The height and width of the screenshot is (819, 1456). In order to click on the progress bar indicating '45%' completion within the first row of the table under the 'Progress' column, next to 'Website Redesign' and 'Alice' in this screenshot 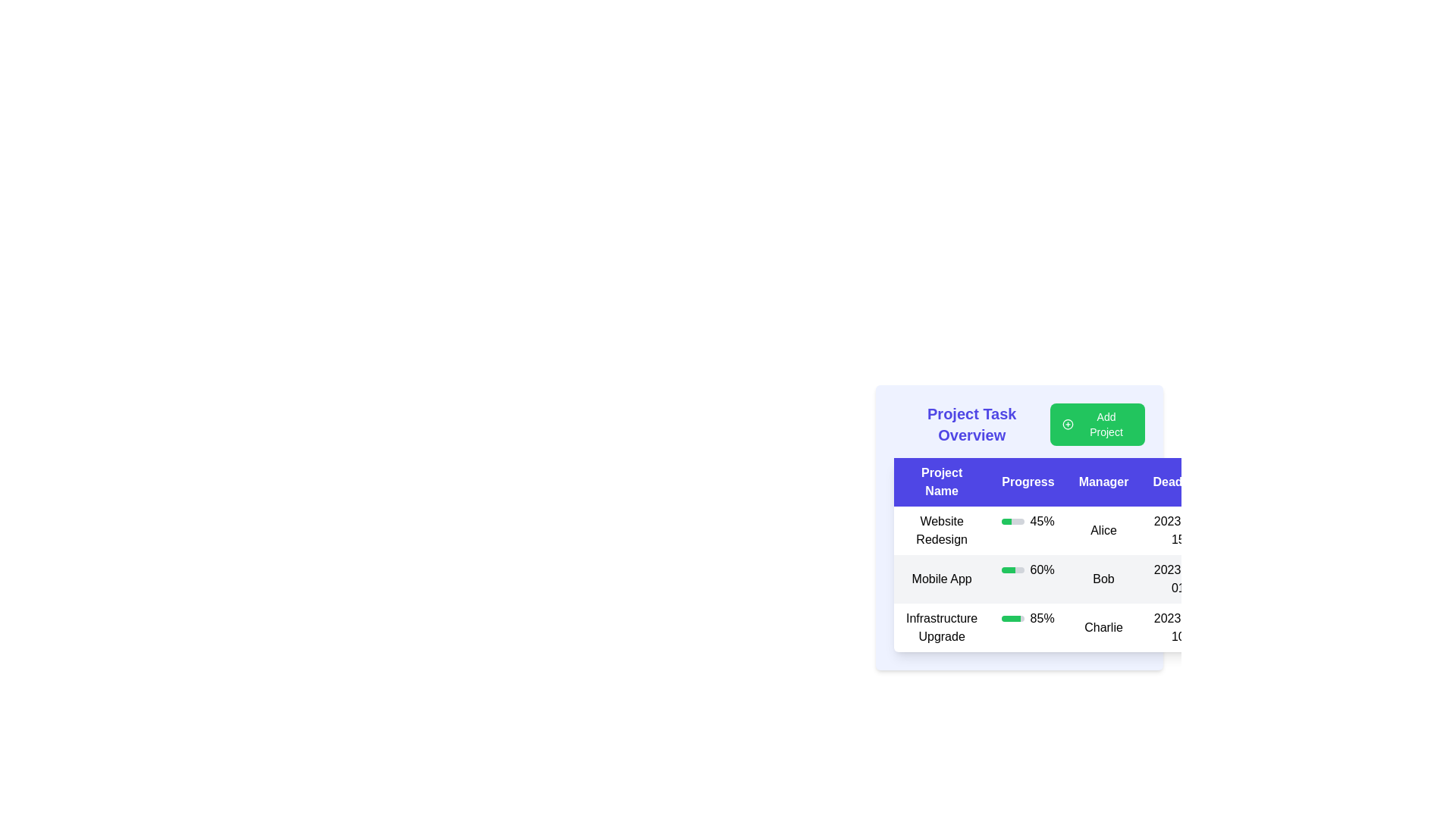, I will do `click(1019, 526)`.